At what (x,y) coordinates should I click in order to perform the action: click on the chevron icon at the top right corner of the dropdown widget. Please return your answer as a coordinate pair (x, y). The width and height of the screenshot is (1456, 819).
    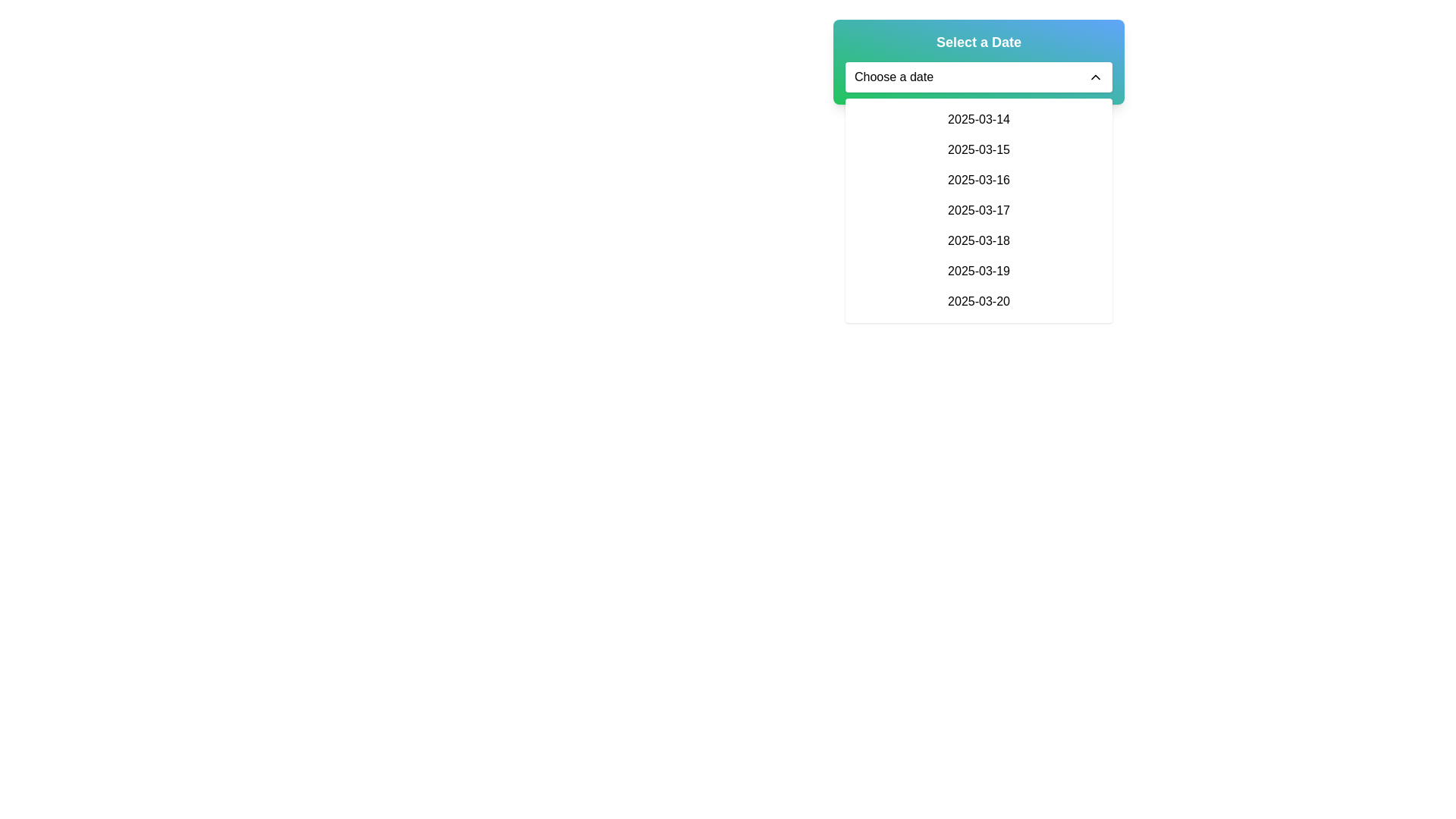
    Looking at the image, I should click on (1095, 77).